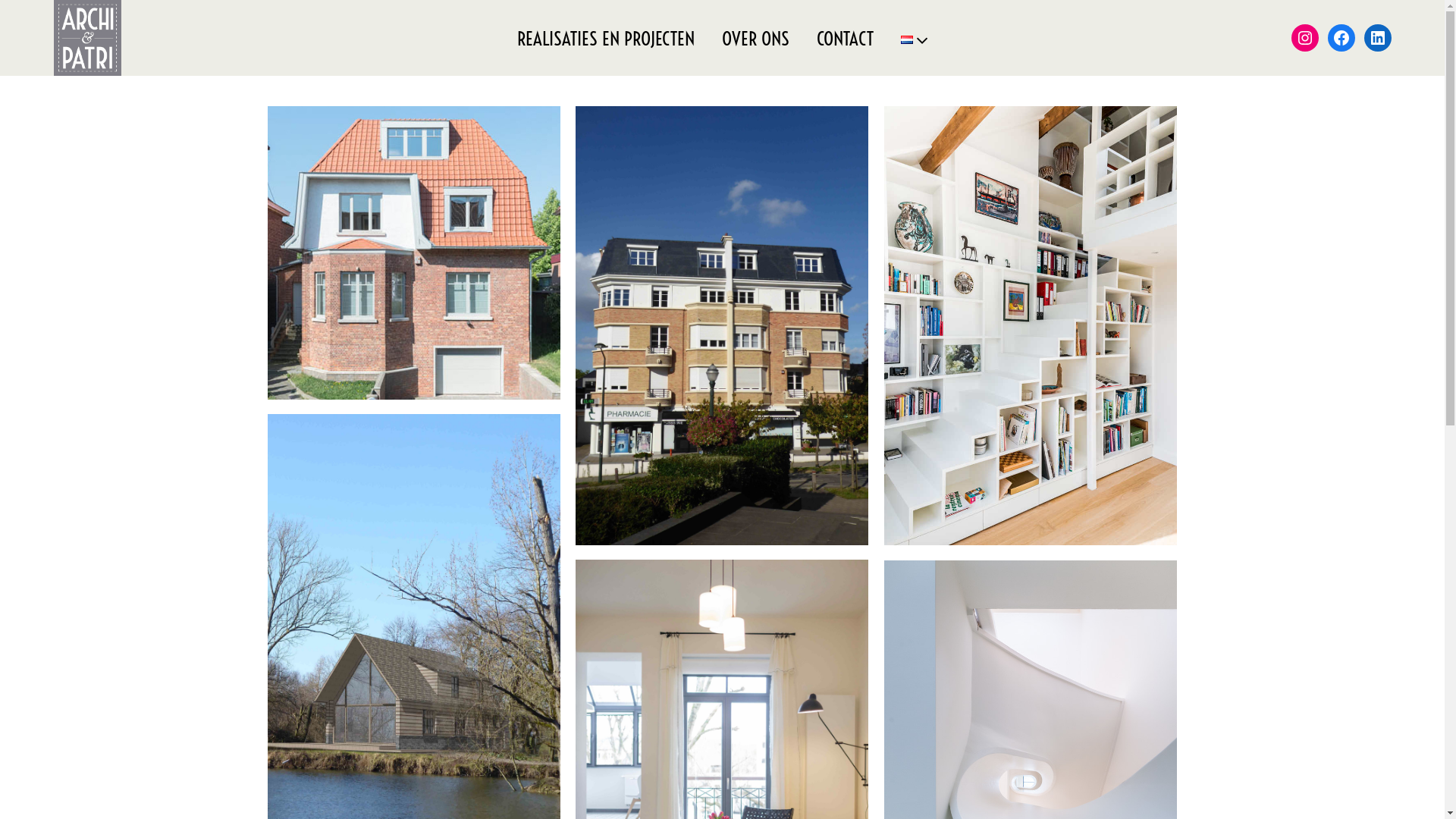 The image size is (1456, 819). What do you see at coordinates (1304, 37) in the screenshot?
I see `'Instagram'` at bounding box center [1304, 37].